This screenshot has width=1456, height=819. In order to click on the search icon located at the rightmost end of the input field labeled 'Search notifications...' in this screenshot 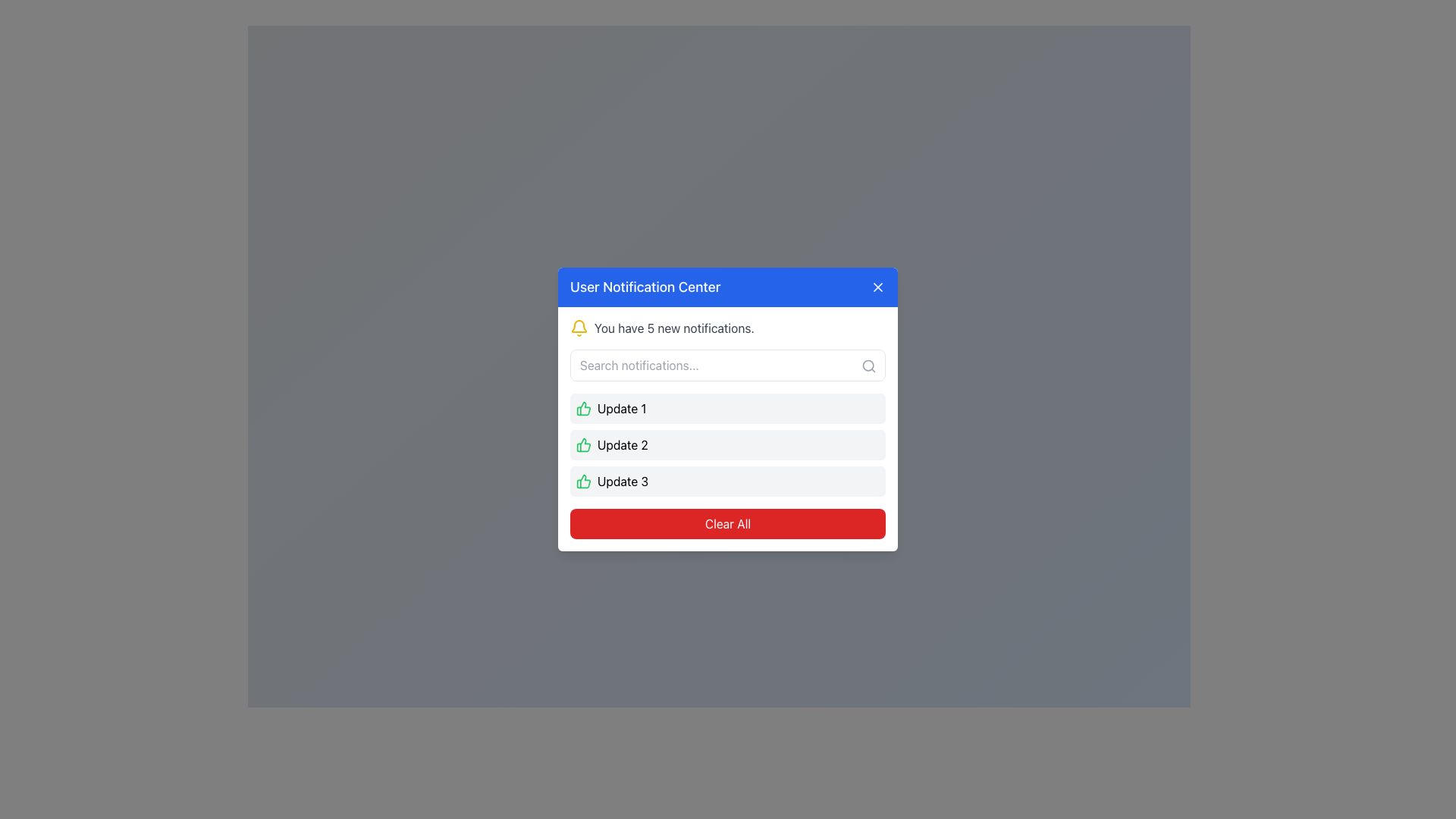, I will do `click(869, 366)`.